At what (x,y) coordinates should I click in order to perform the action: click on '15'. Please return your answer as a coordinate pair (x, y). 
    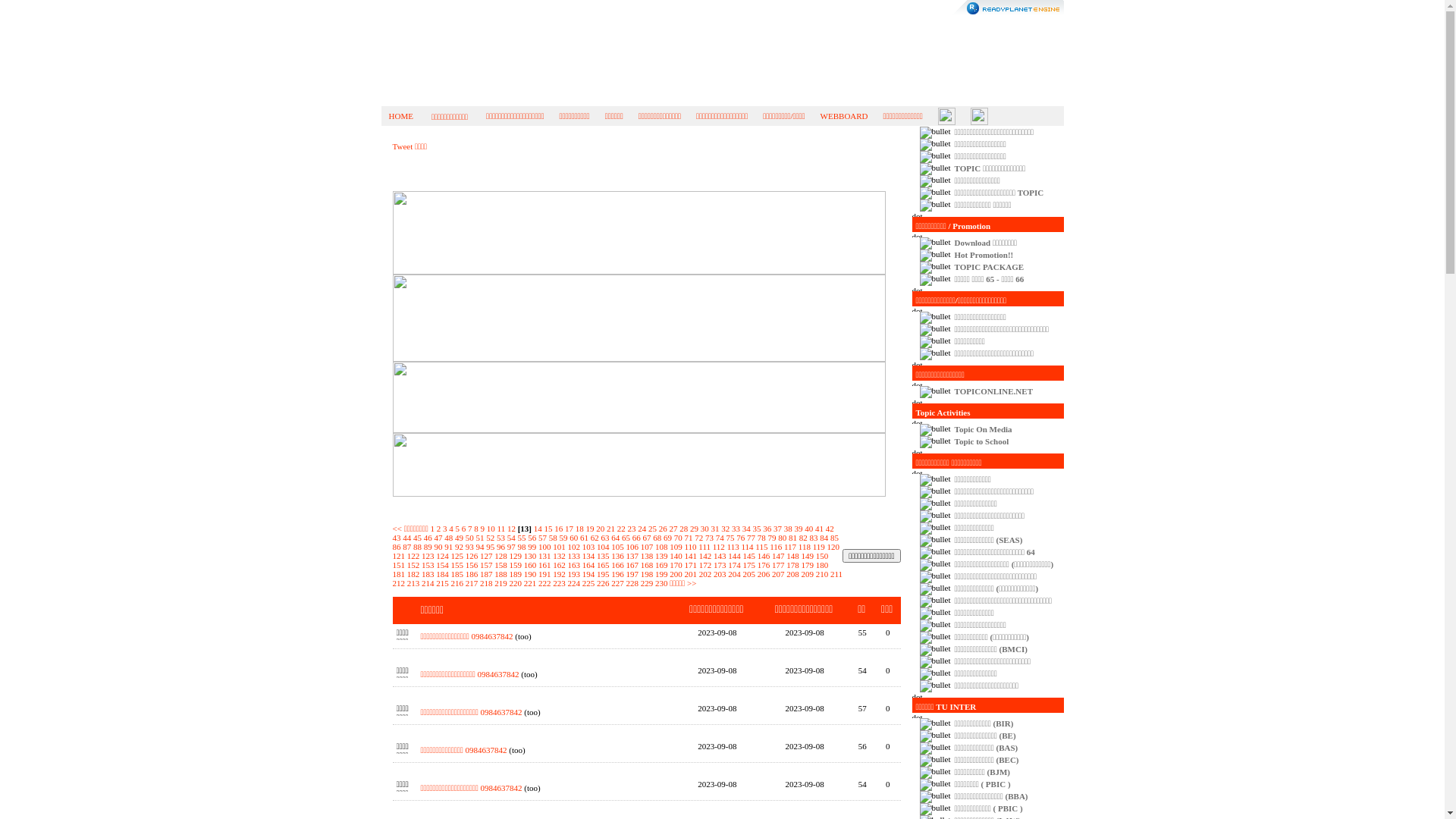
    Looking at the image, I should click on (543, 528).